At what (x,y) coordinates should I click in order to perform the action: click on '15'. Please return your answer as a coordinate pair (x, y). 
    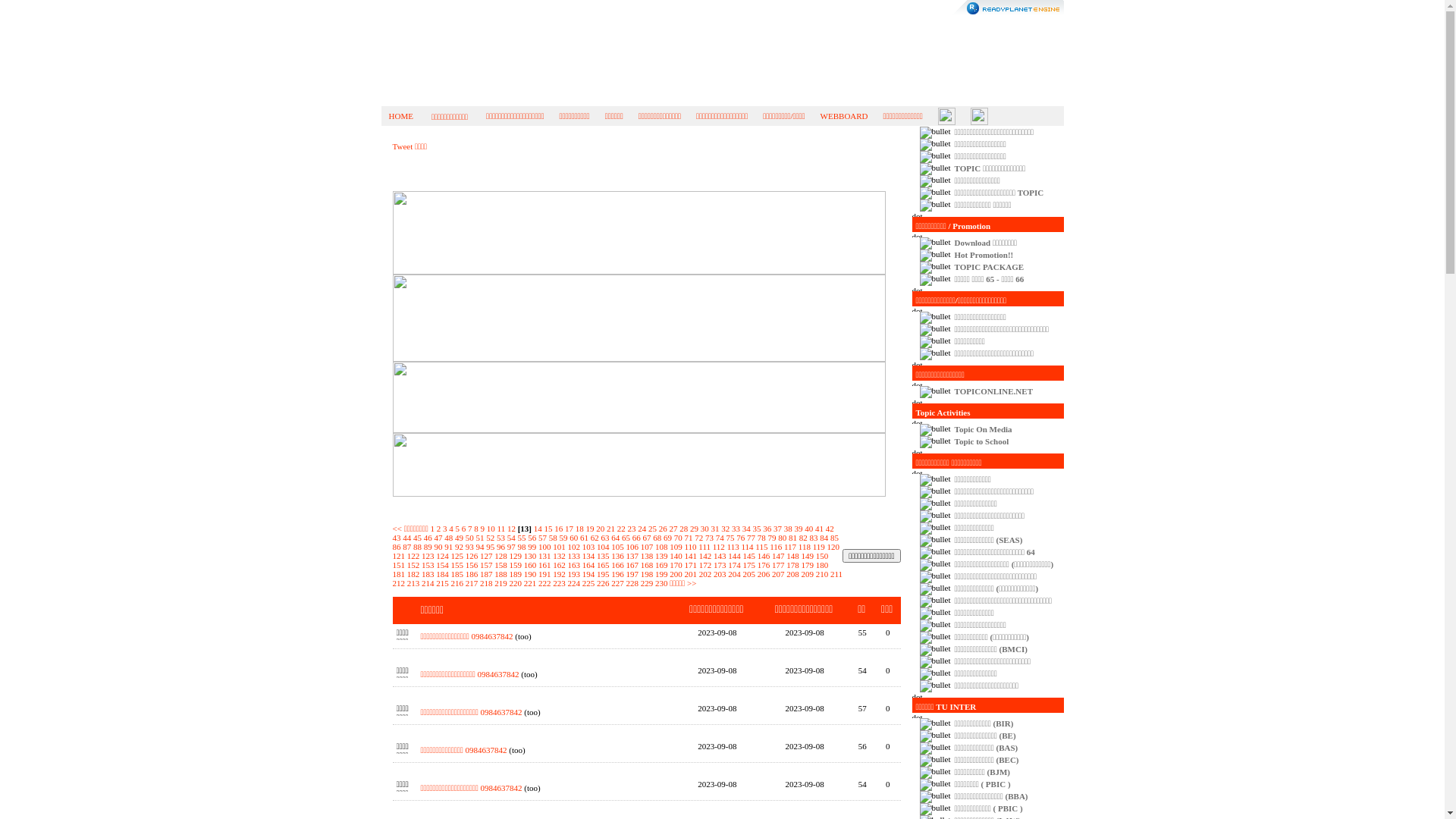
    Looking at the image, I should click on (543, 528).